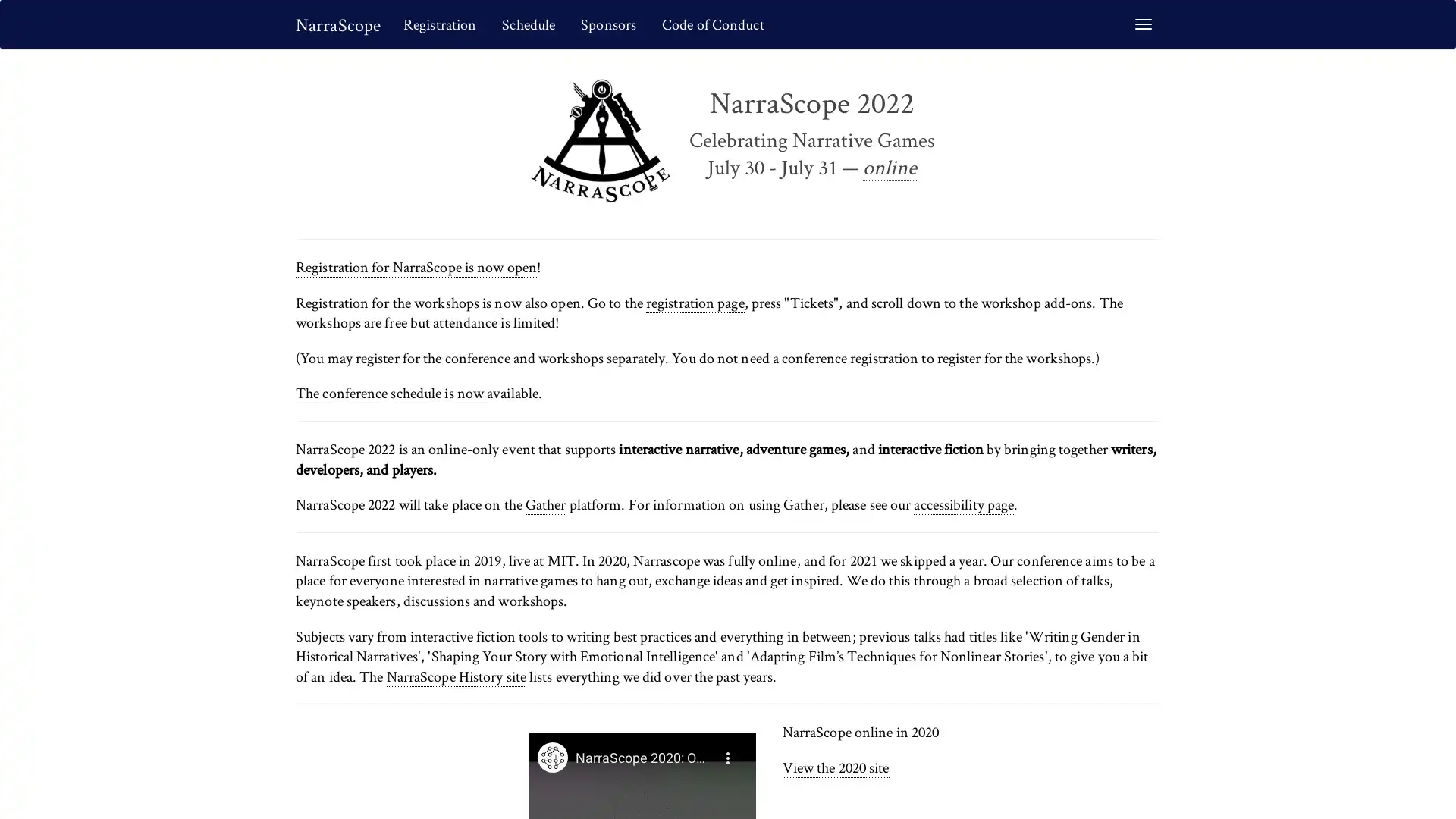 The height and width of the screenshot is (819, 1456). What do you see at coordinates (1143, 24) in the screenshot?
I see `Toggle navigation` at bounding box center [1143, 24].